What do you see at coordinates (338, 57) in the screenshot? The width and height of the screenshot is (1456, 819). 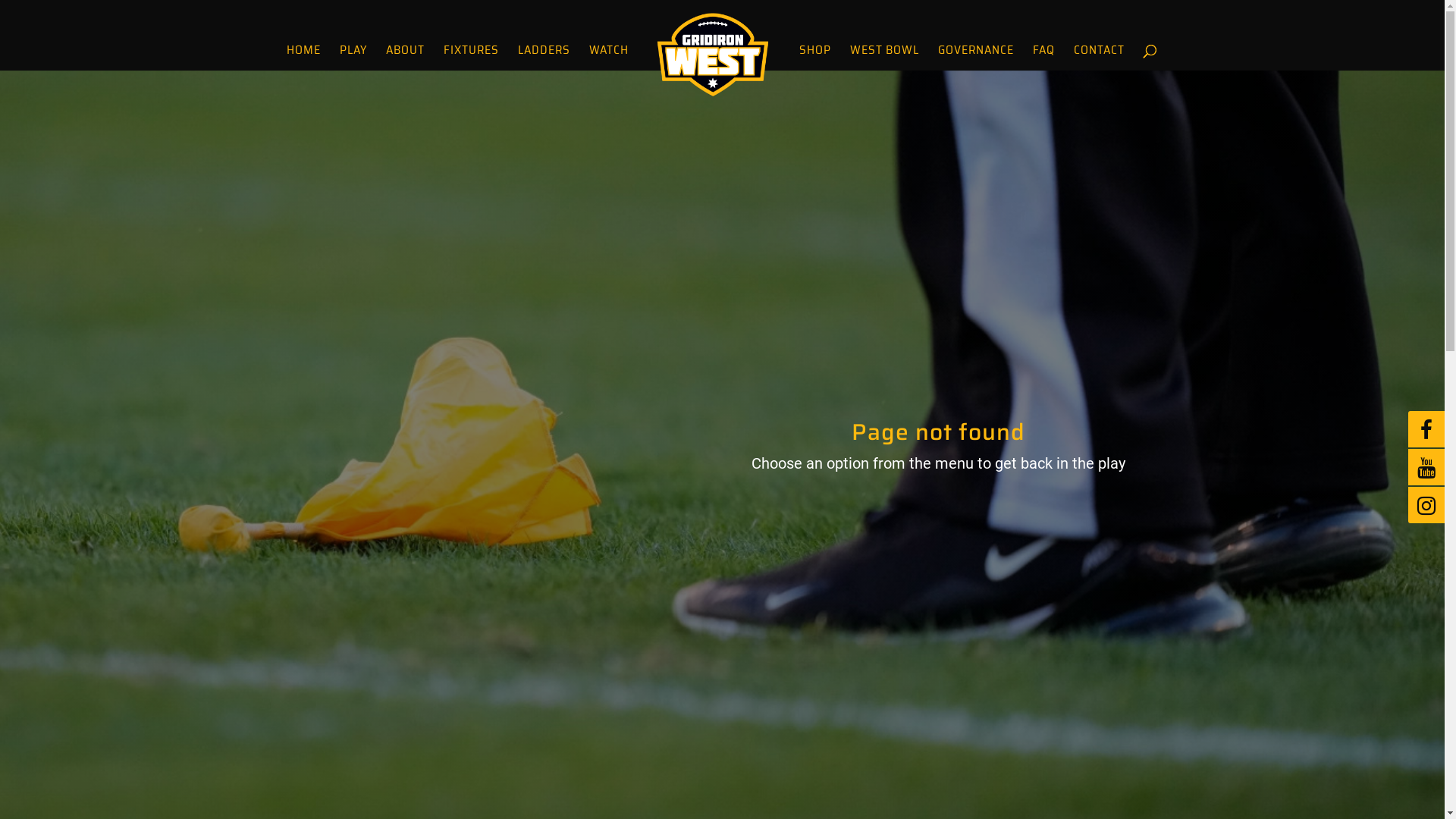 I see `'PLAY'` at bounding box center [338, 57].